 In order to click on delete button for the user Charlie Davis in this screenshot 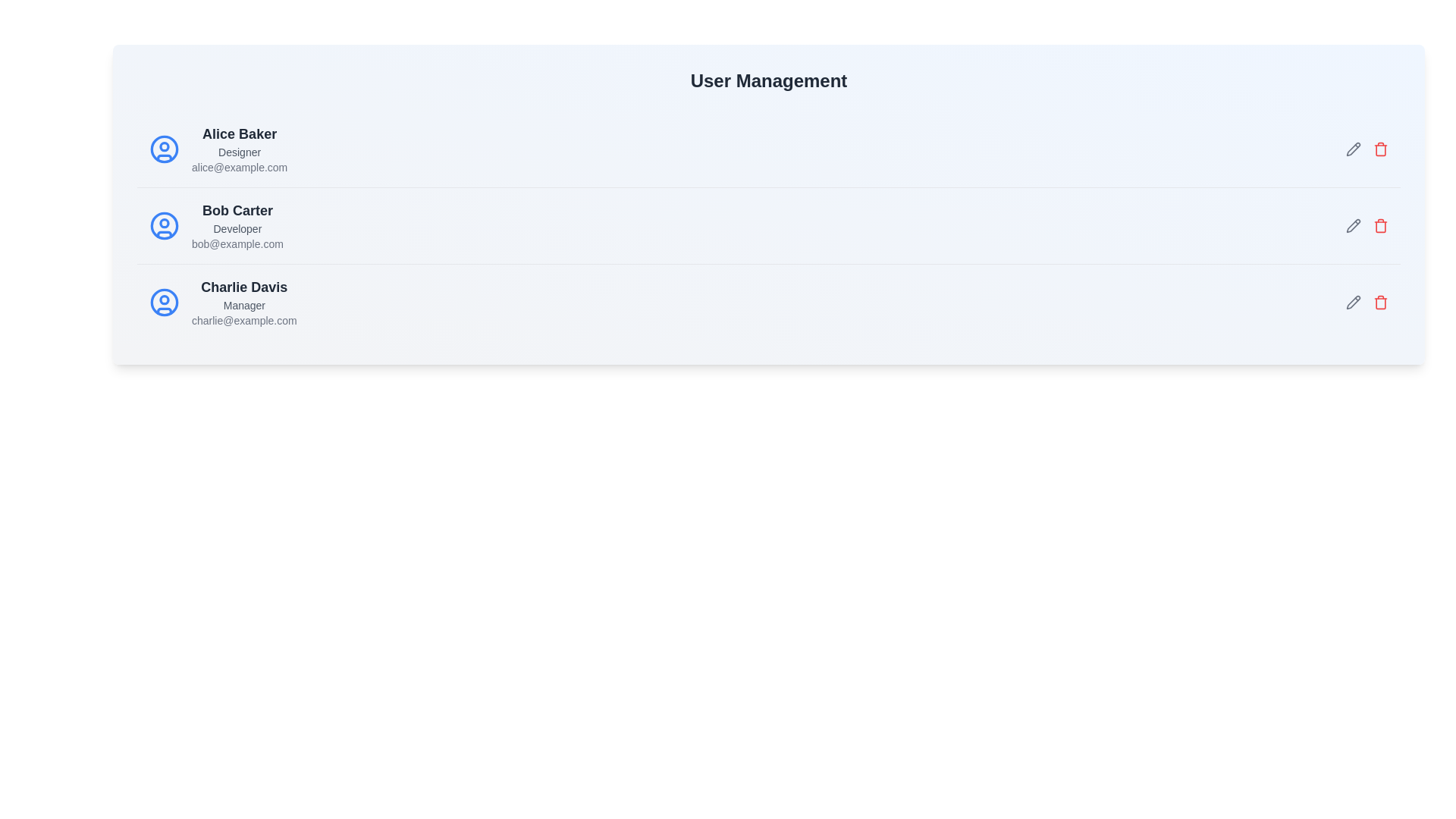, I will do `click(1380, 302)`.